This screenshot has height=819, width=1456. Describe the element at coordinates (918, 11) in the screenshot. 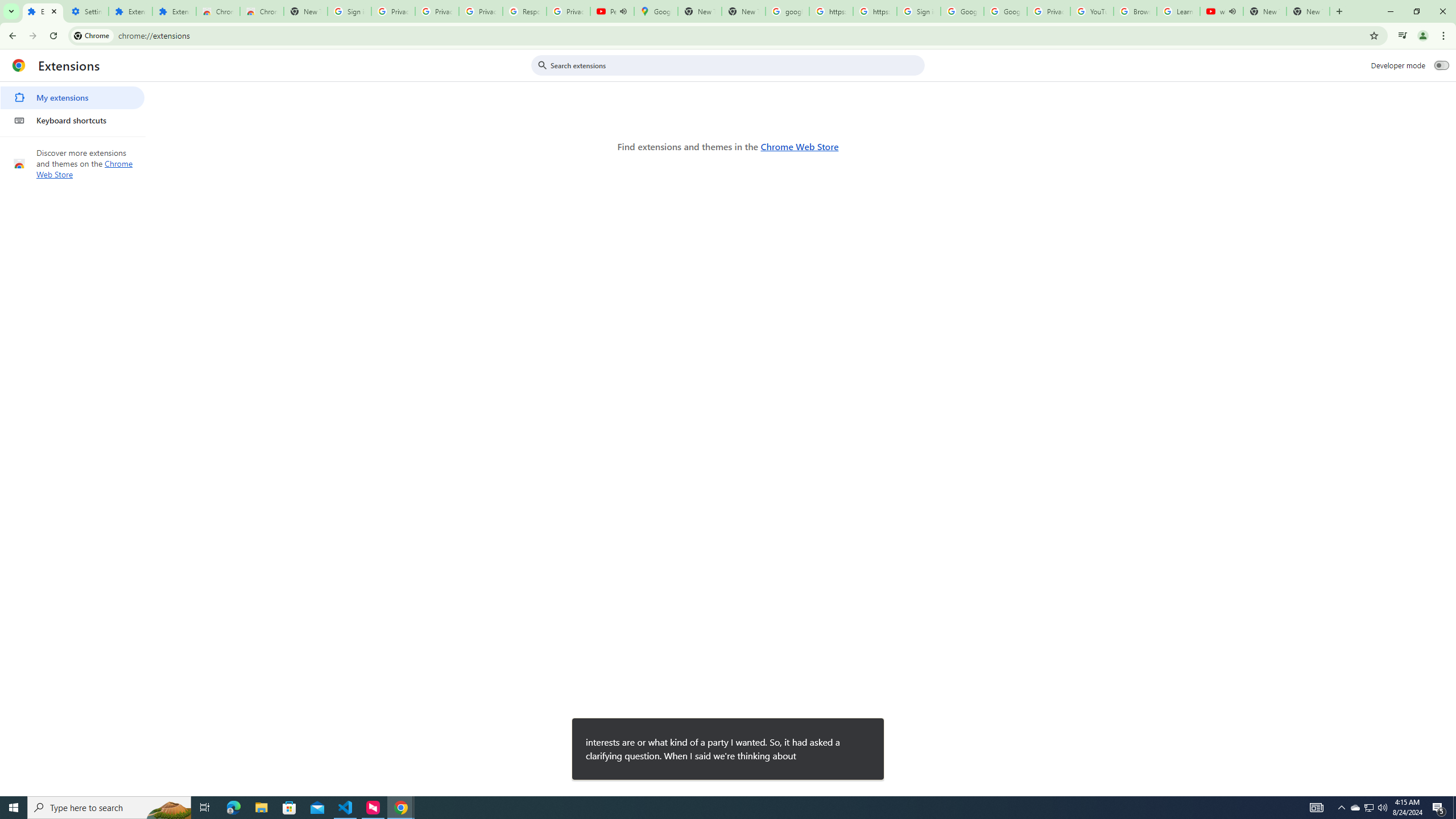

I see `'Sign in - Google Accounts'` at that location.